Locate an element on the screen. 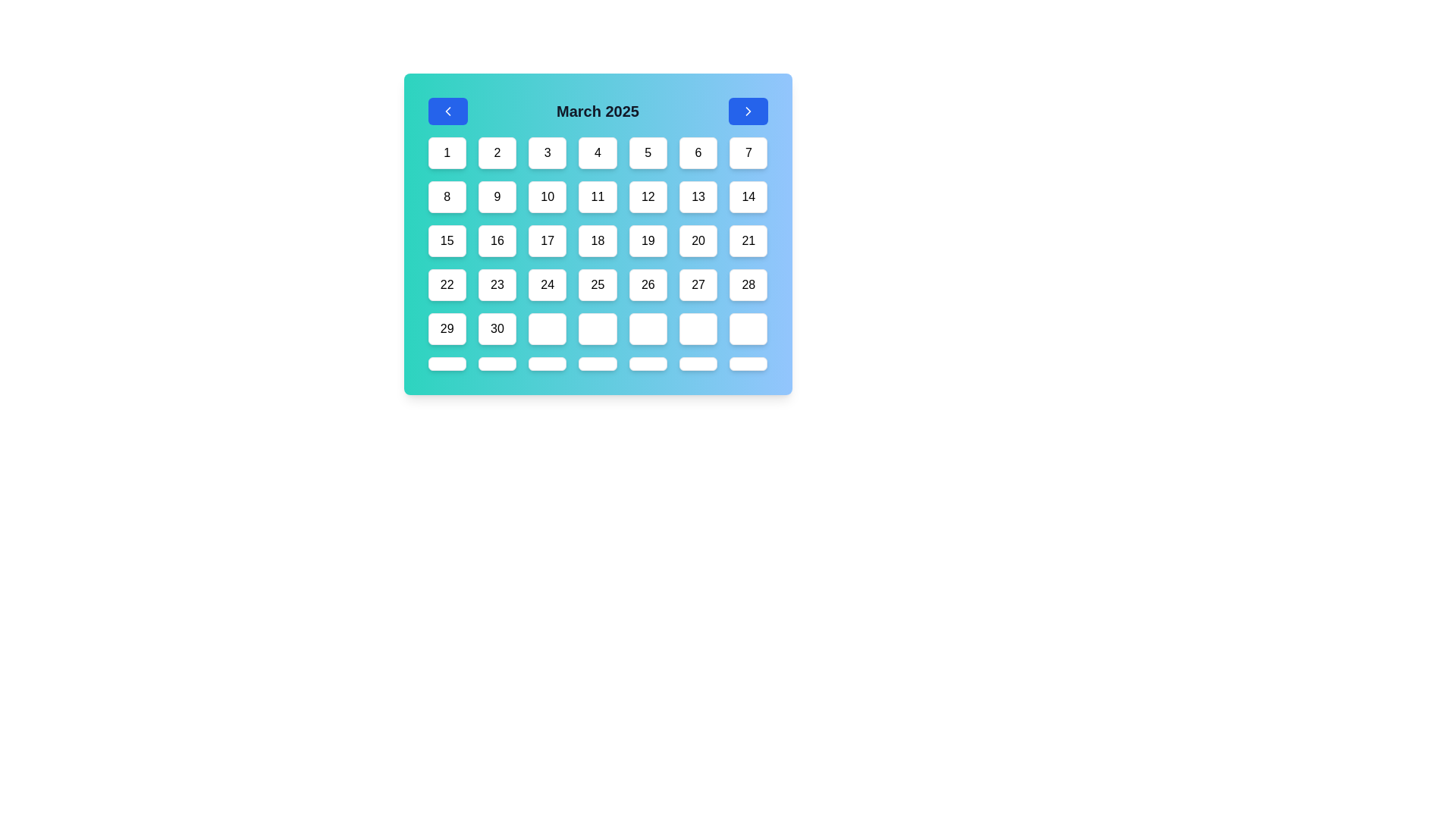  the calendar day button labeled '10' located in the second row and third column of the March 2025 calendar grid is located at coordinates (547, 196).